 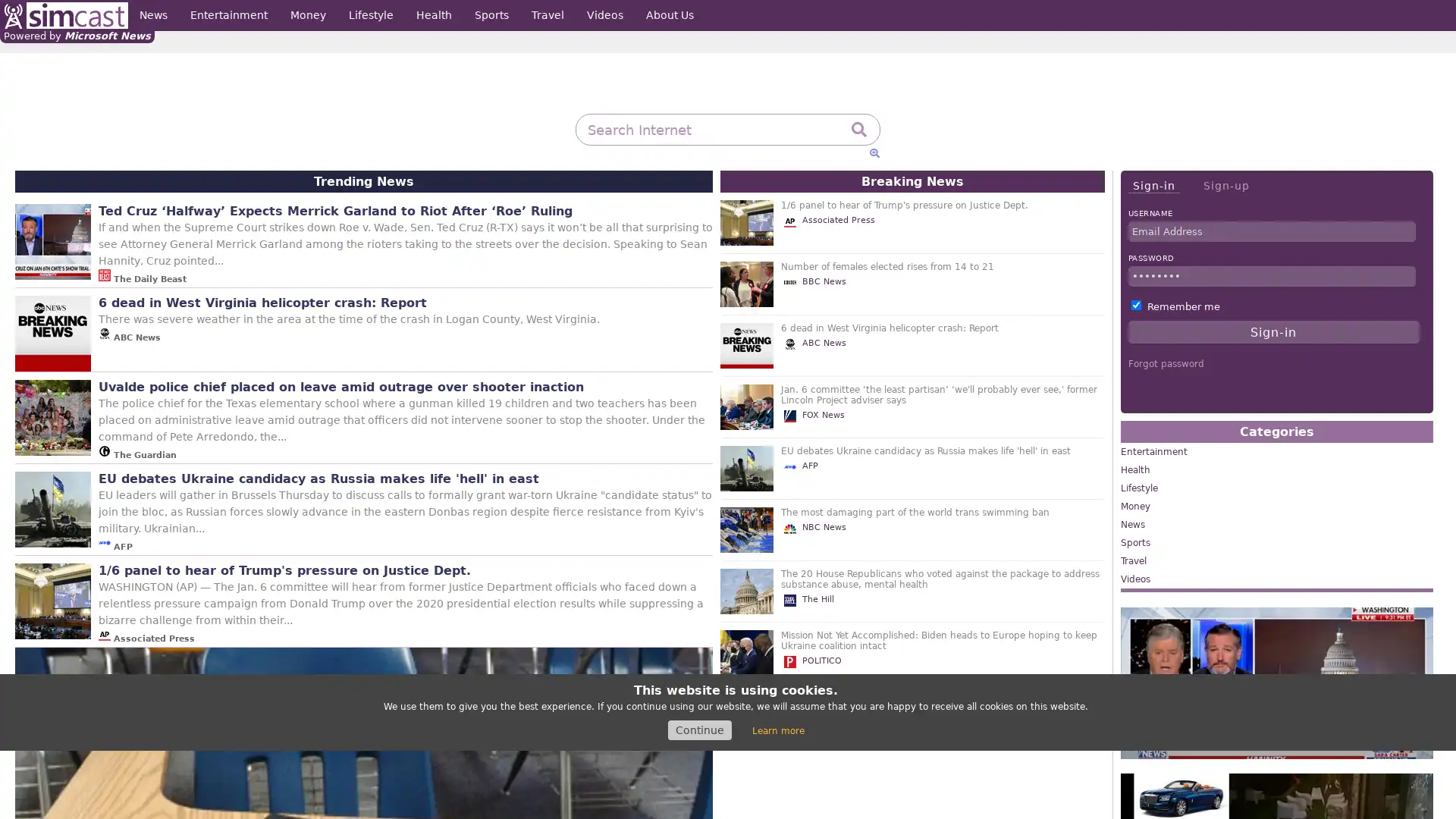 What do you see at coordinates (1225, 185) in the screenshot?
I see `Sign-up` at bounding box center [1225, 185].